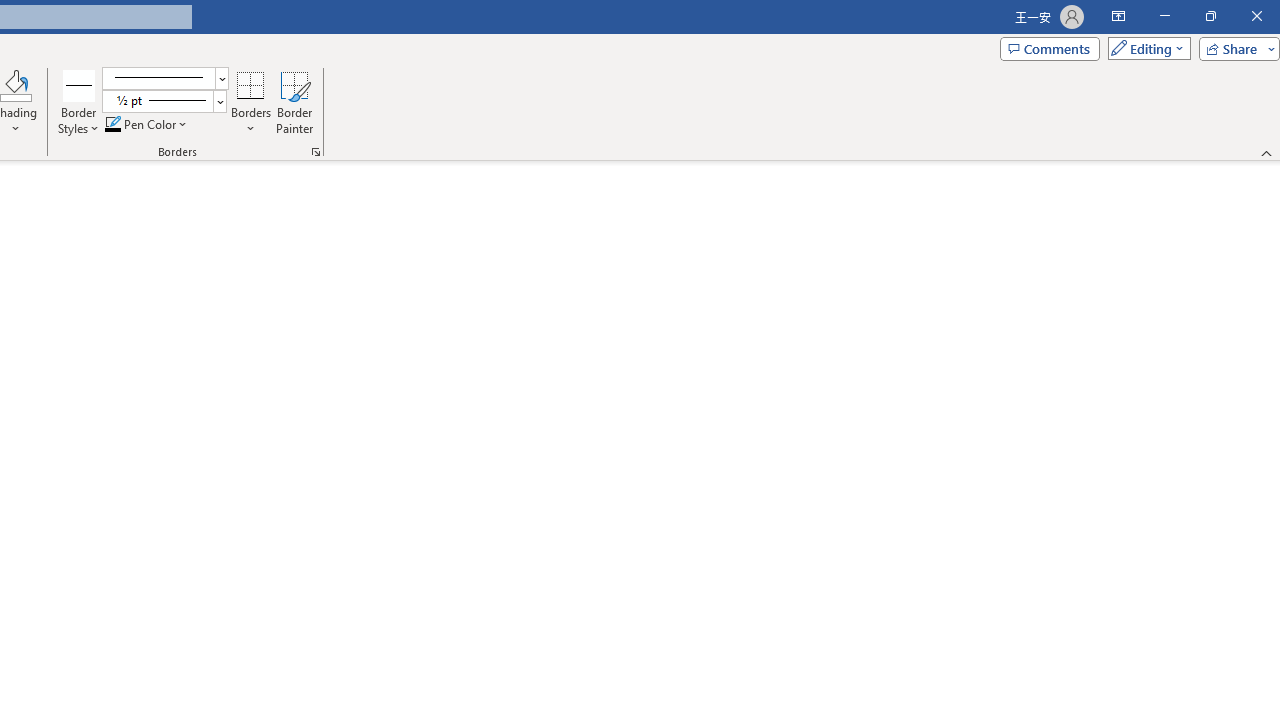  I want to click on 'Border Painter', so click(294, 103).